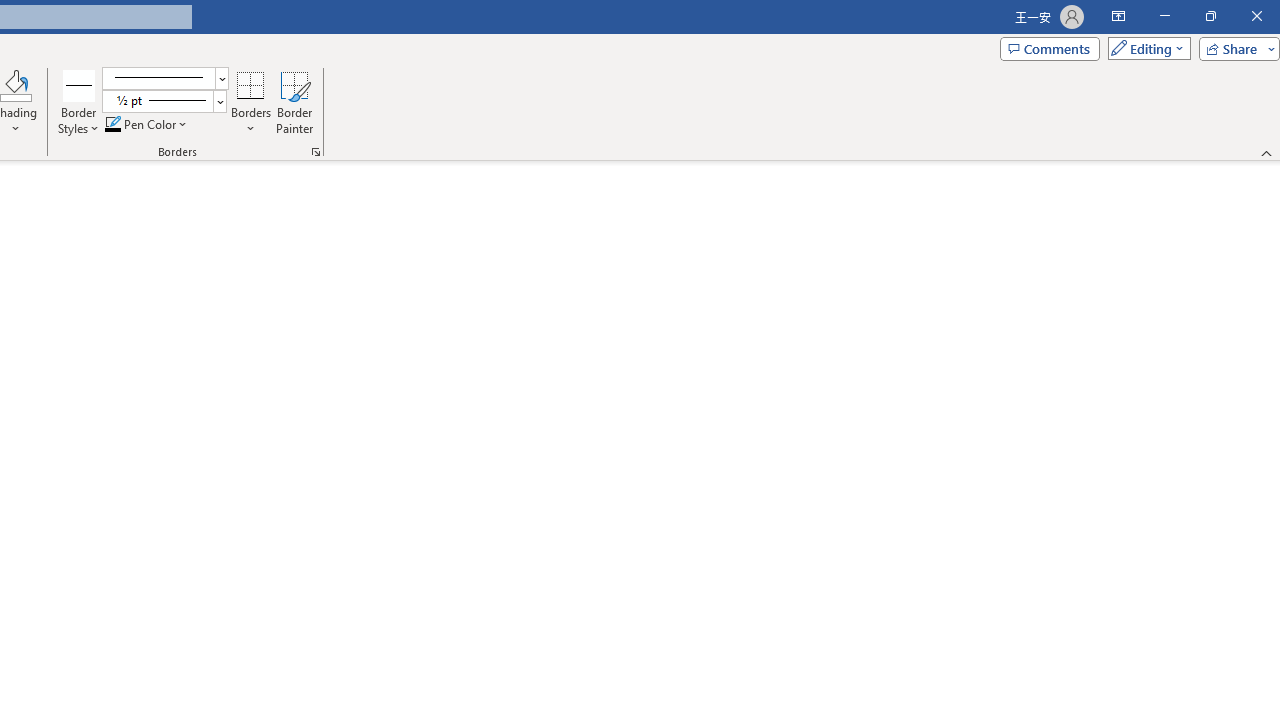  I want to click on 'Border Painter', so click(294, 103).